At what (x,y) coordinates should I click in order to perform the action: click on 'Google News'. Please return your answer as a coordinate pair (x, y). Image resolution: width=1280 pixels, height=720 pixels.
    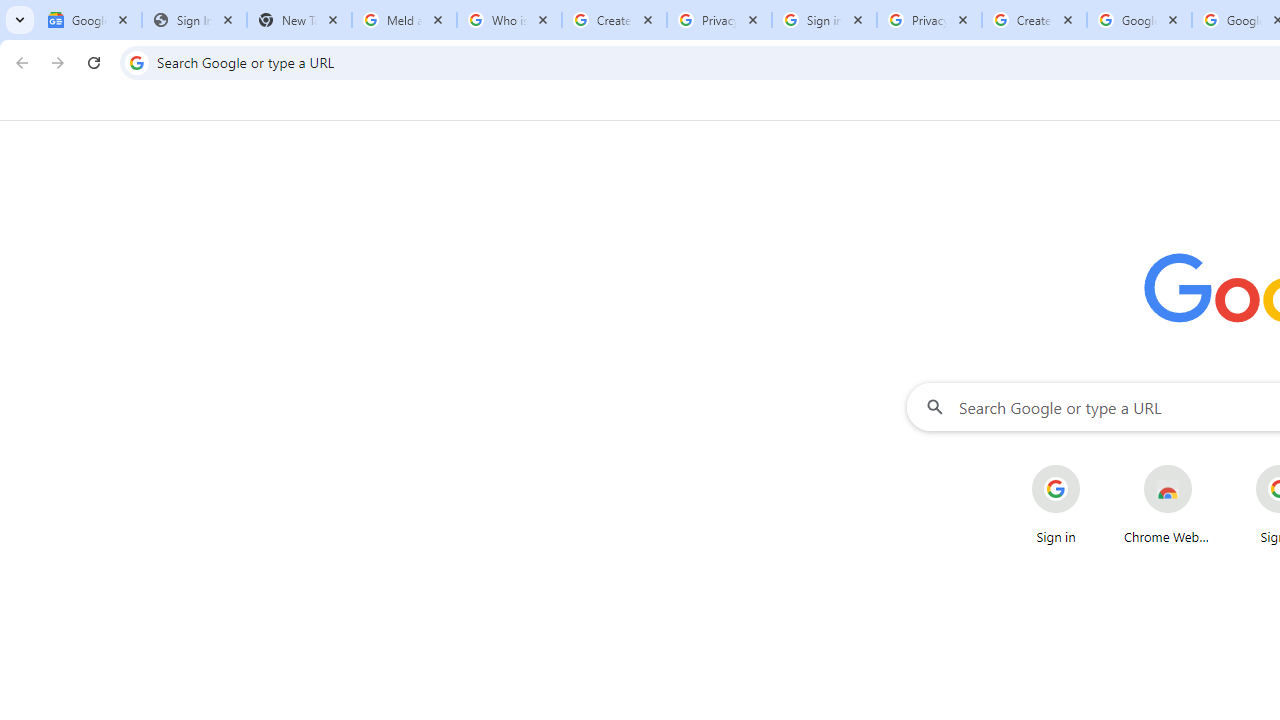
    Looking at the image, I should click on (88, 20).